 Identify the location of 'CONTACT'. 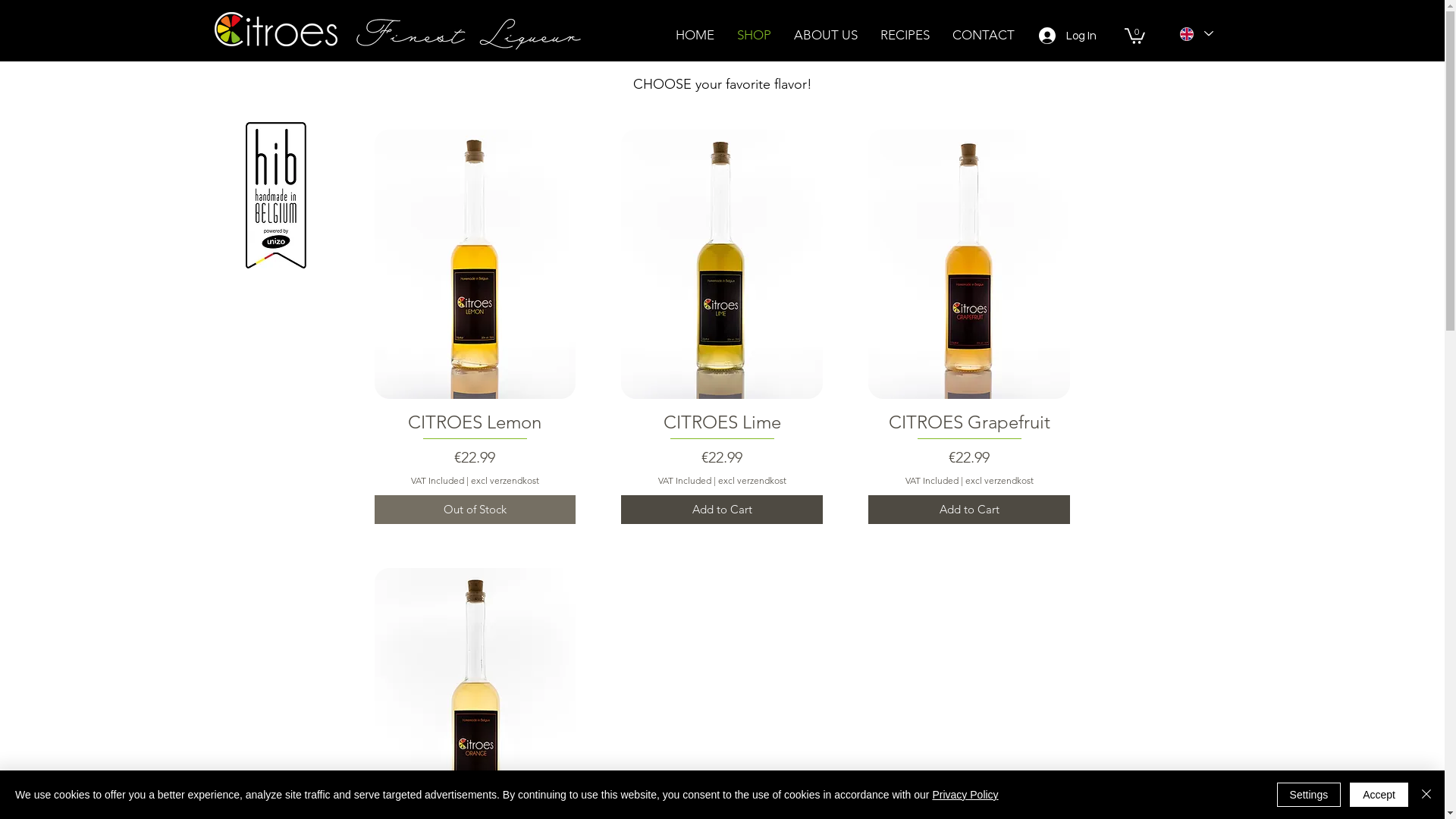
(983, 34).